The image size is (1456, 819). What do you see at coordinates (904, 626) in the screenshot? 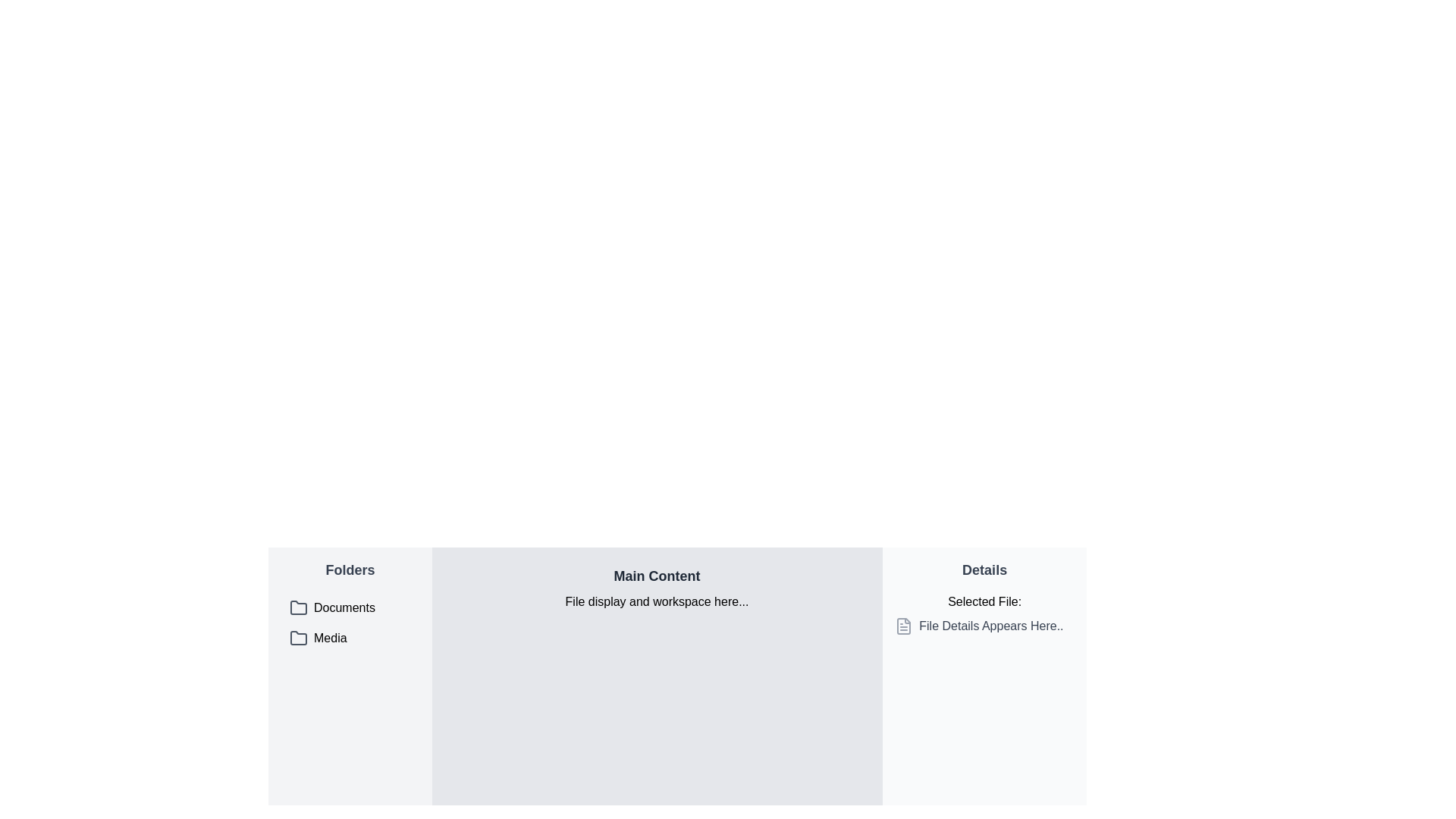
I see `the decorative icon representing a file in the 'Details' section, located to the left of the text 'File Details Appears Here..'` at bounding box center [904, 626].